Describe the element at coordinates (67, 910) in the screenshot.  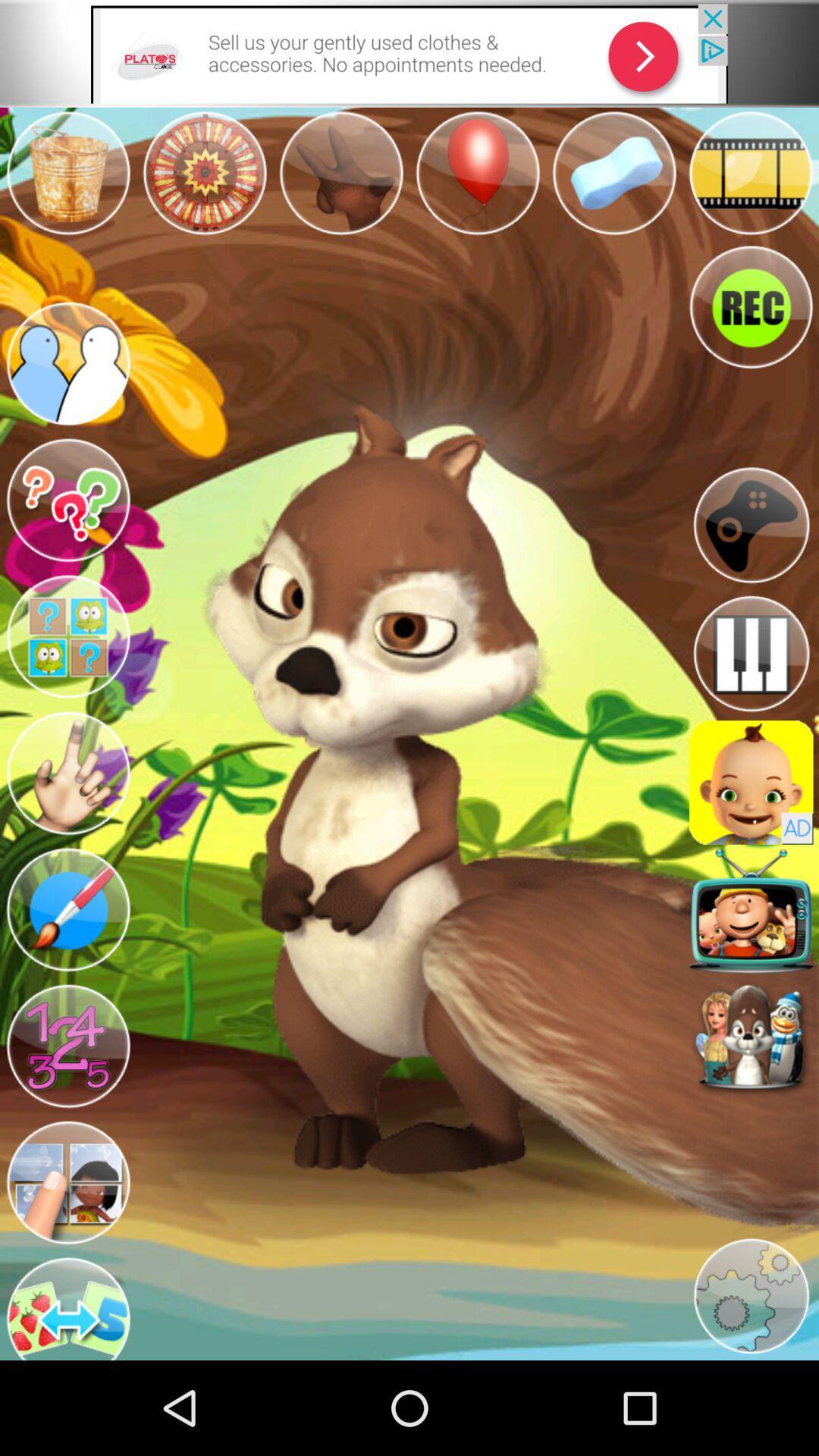
I see `edit character` at that location.